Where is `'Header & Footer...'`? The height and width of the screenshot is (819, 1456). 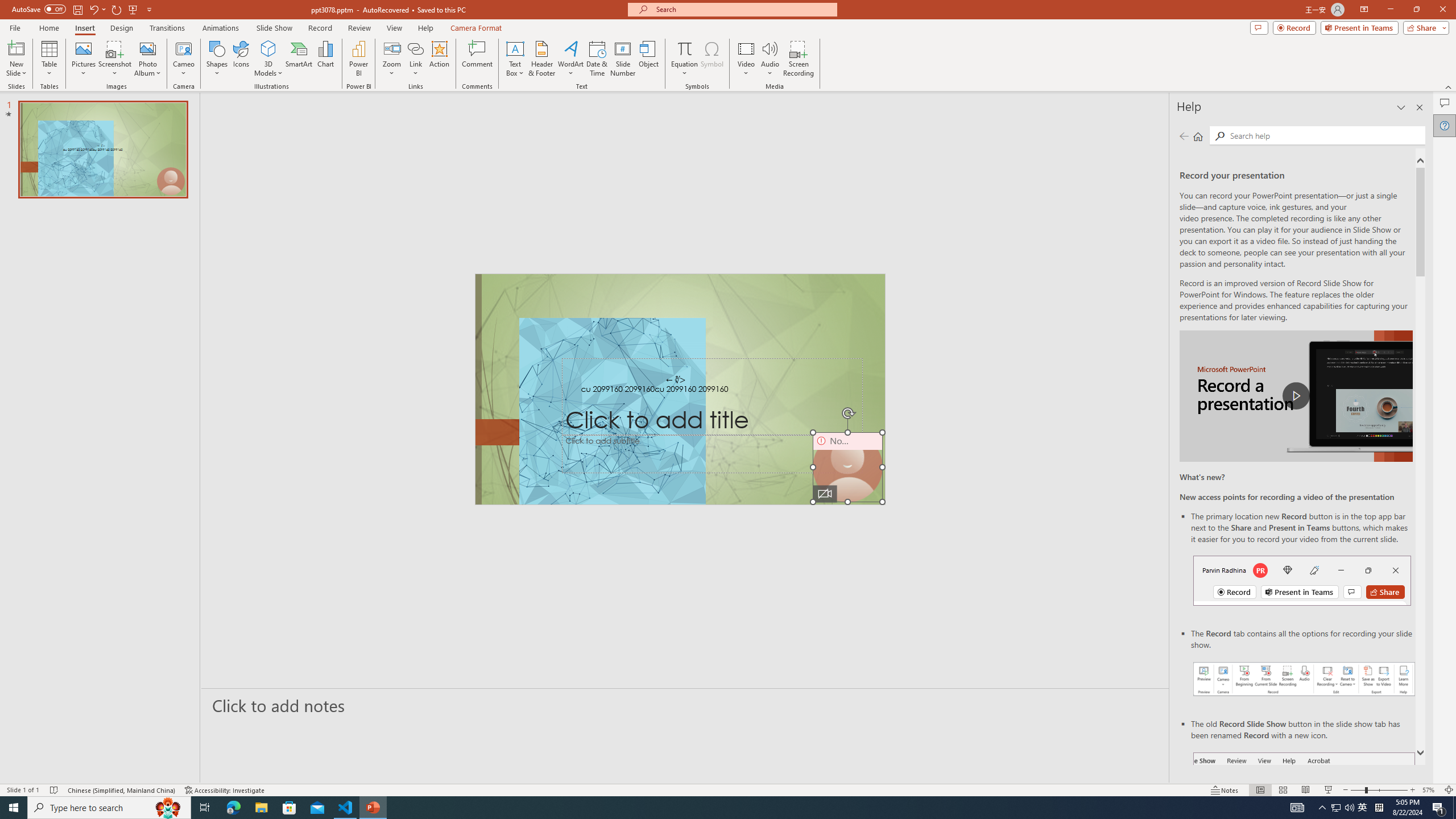
'Header & Footer...' is located at coordinates (541, 59).